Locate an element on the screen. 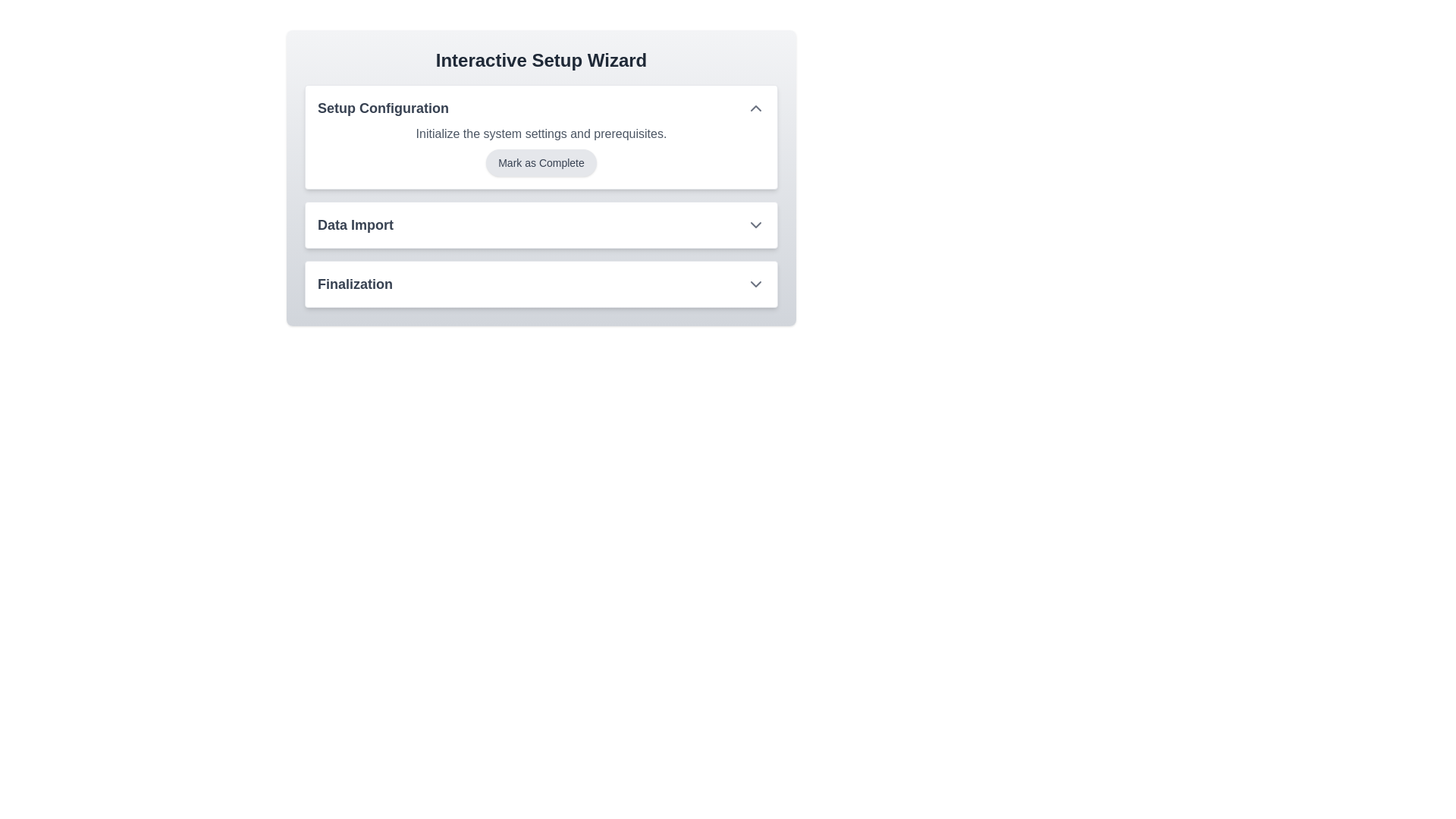 This screenshot has width=1456, height=819. the button located beneath the text 'Initialize the system settings and prerequisites.' in the 'Setup Configuration' section to mark the task as complete is located at coordinates (541, 163).